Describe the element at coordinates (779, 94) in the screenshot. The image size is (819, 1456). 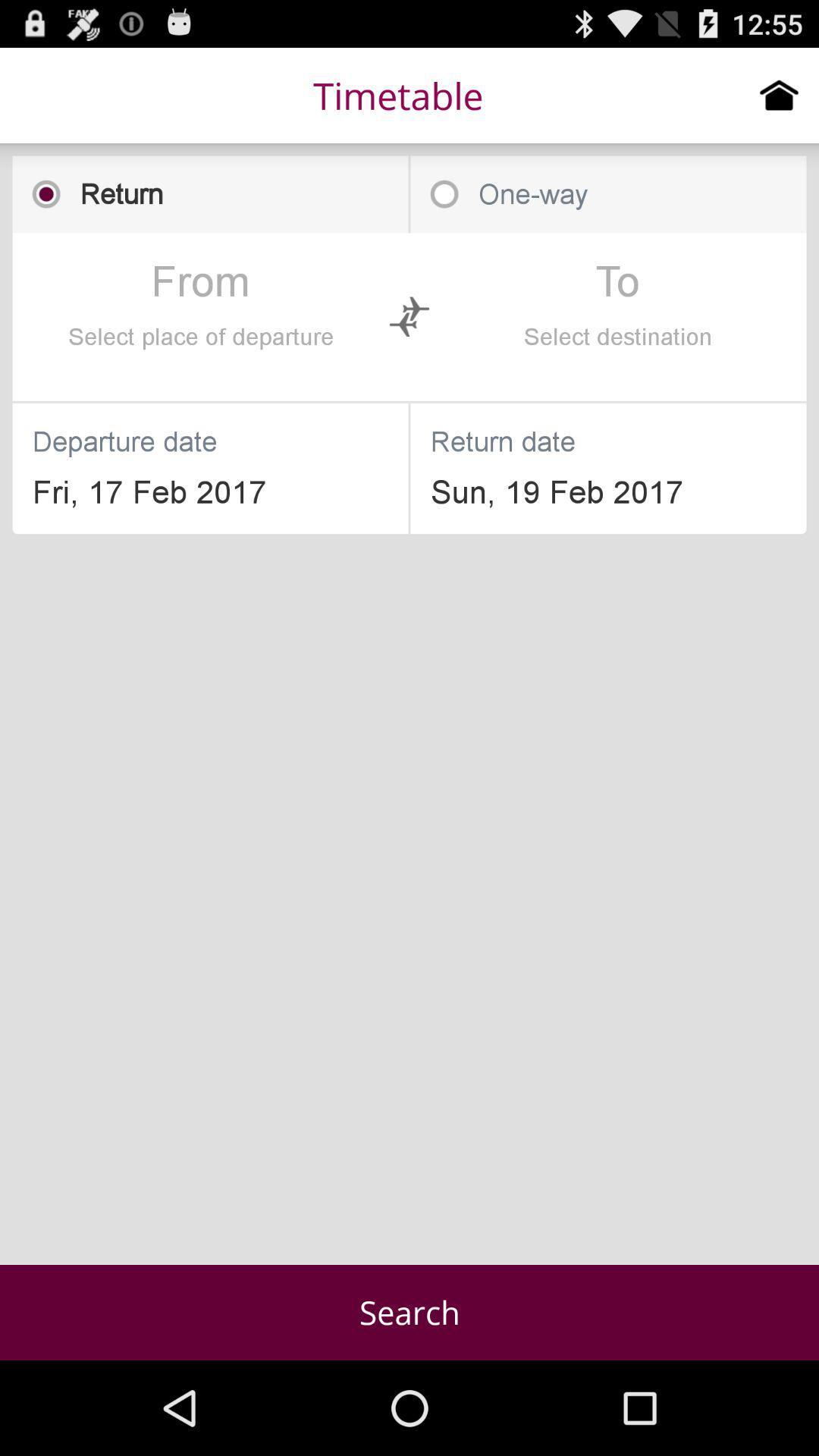
I see `the item above the one-way` at that location.